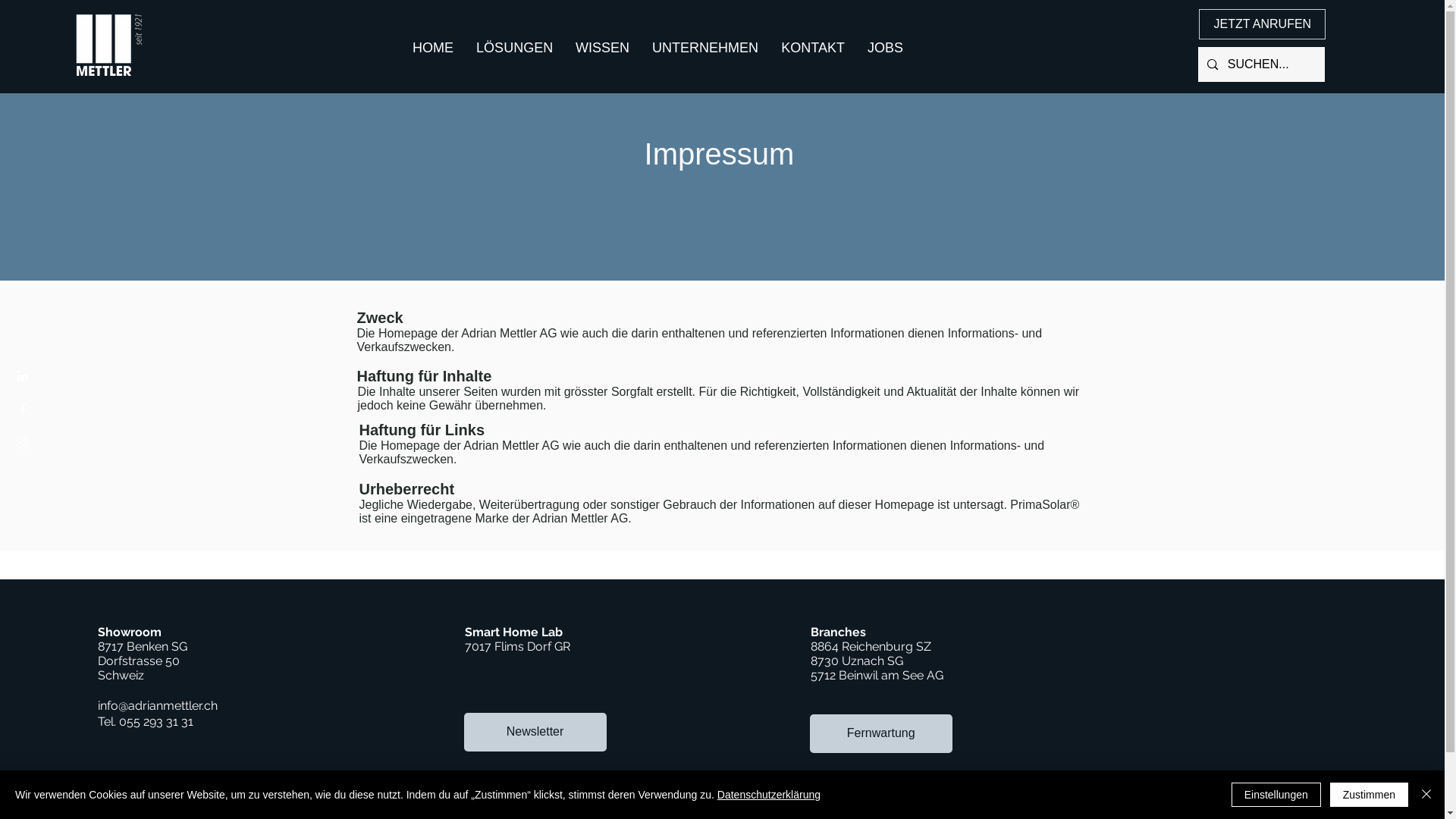 The image size is (1456, 819). What do you see at coordinates (880, 733) in the screenshot?
I see `'Fernwartung'` at bounding box center [880, 733].